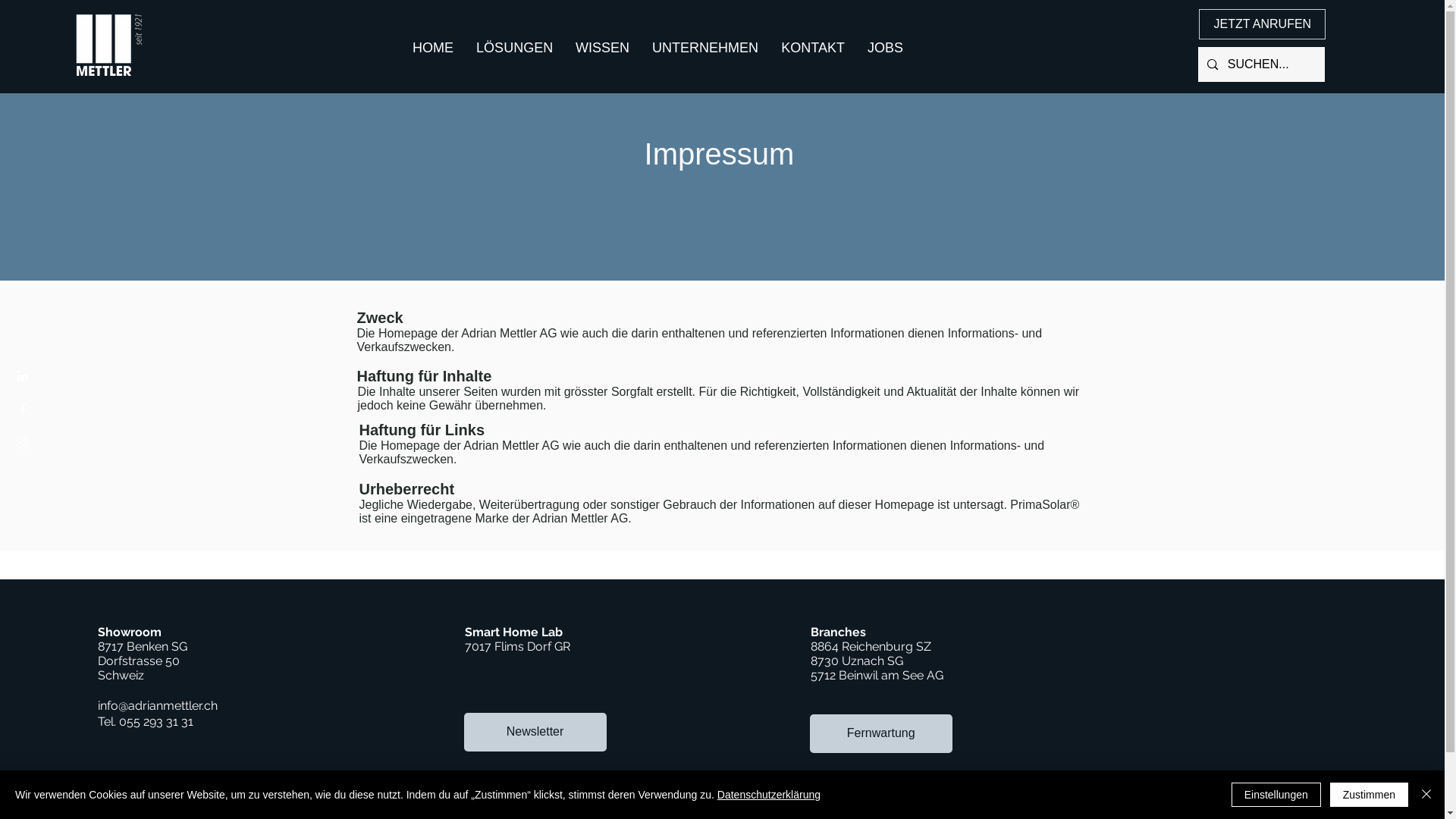 The image size is (1456, 819). What do you see at coordinates (880, 733) in the screenshot?
I see `'Fernwartung'` at bounding box center [880, 733].